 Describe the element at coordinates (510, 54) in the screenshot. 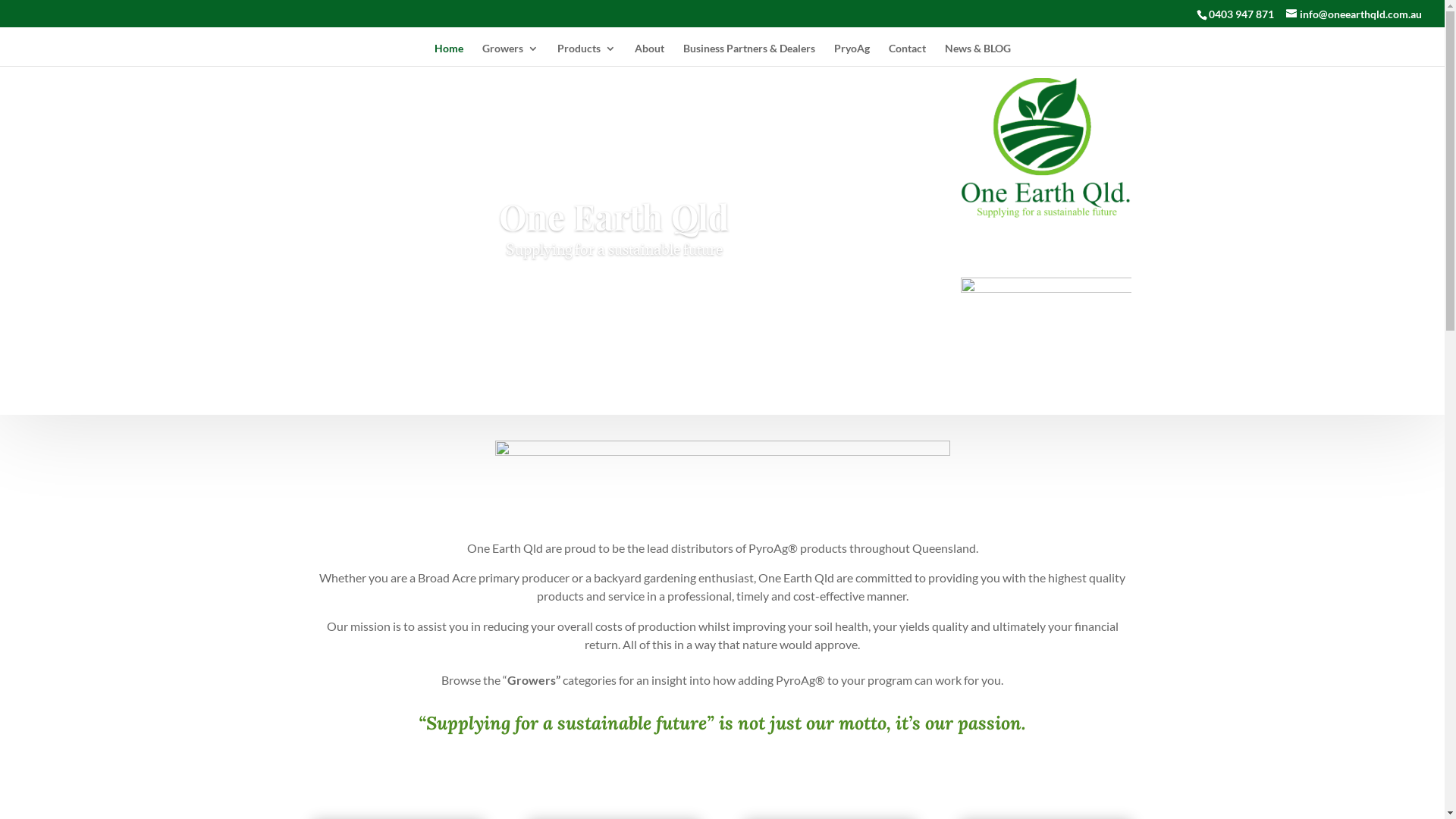

I see `'Growers'` at that location.